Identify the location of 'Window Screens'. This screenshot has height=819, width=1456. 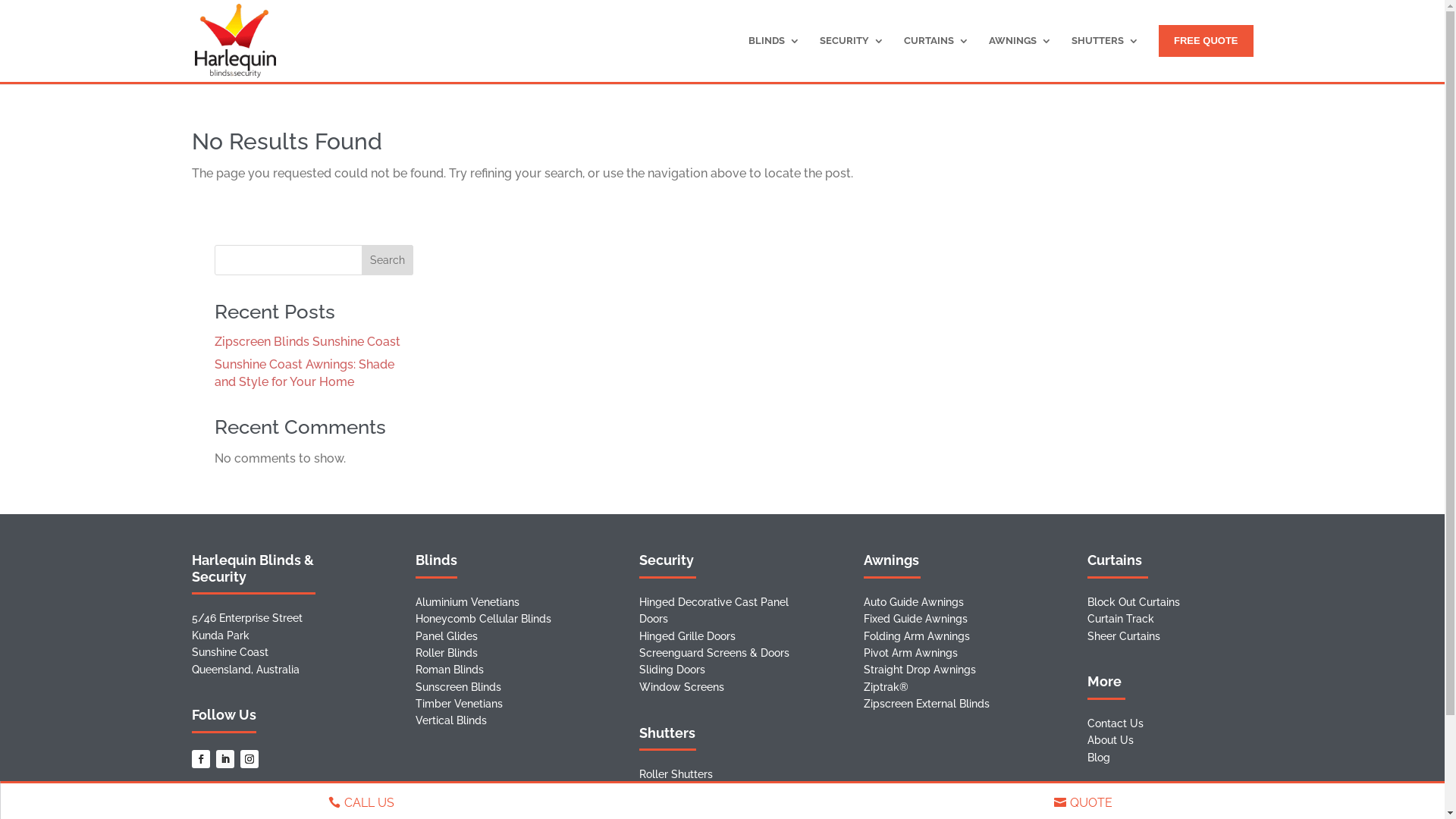
(680, 687).